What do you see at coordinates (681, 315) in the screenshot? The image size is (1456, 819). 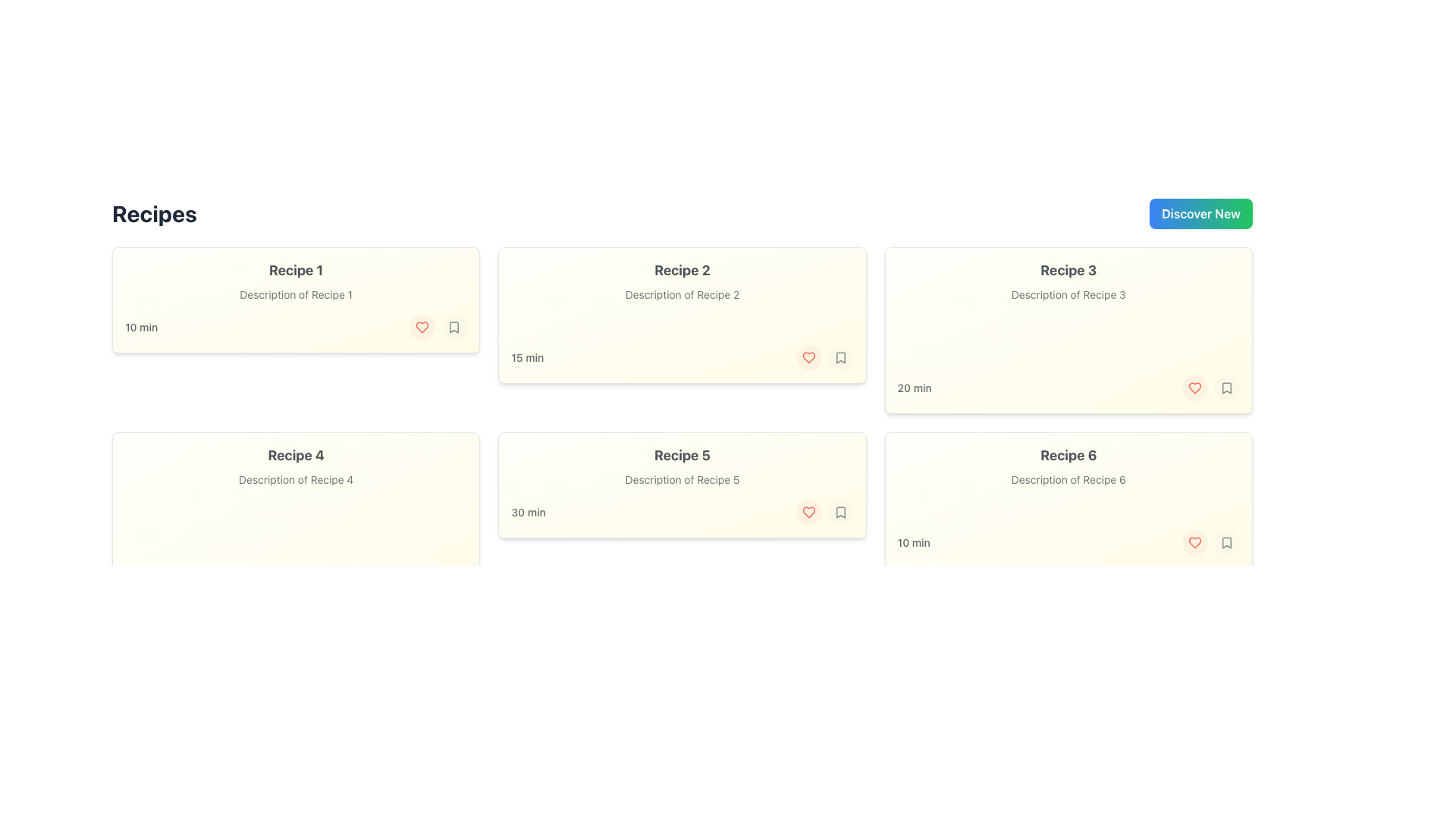 I see `the decorative background overlay of the card containing 'Recipe 2', which spans the entire card and is positioned at the topmost layer` at bounding box center [681, 315].